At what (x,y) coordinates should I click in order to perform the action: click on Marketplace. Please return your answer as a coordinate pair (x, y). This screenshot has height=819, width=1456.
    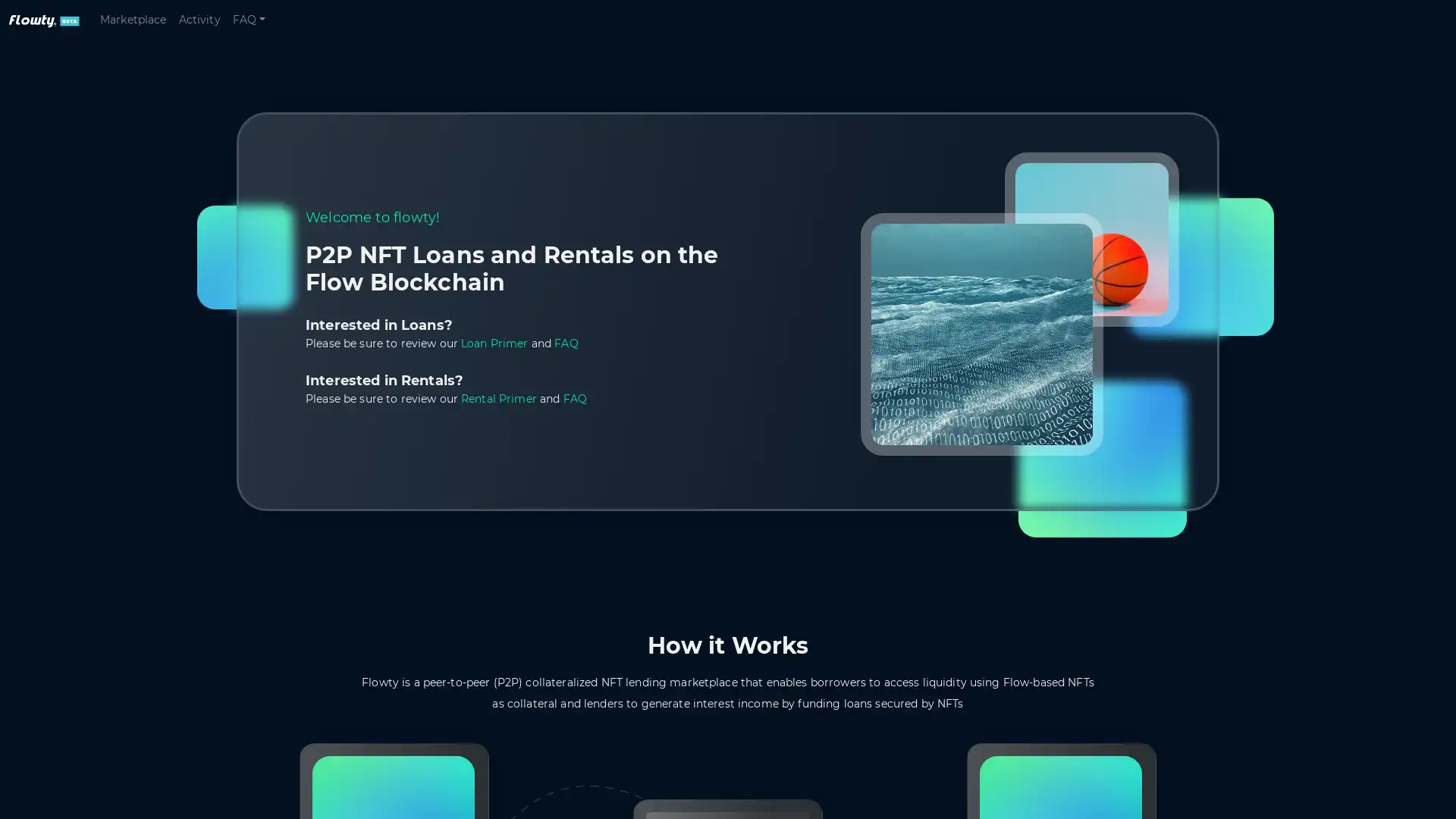
    Looking at the image, I should click on (133, 24).